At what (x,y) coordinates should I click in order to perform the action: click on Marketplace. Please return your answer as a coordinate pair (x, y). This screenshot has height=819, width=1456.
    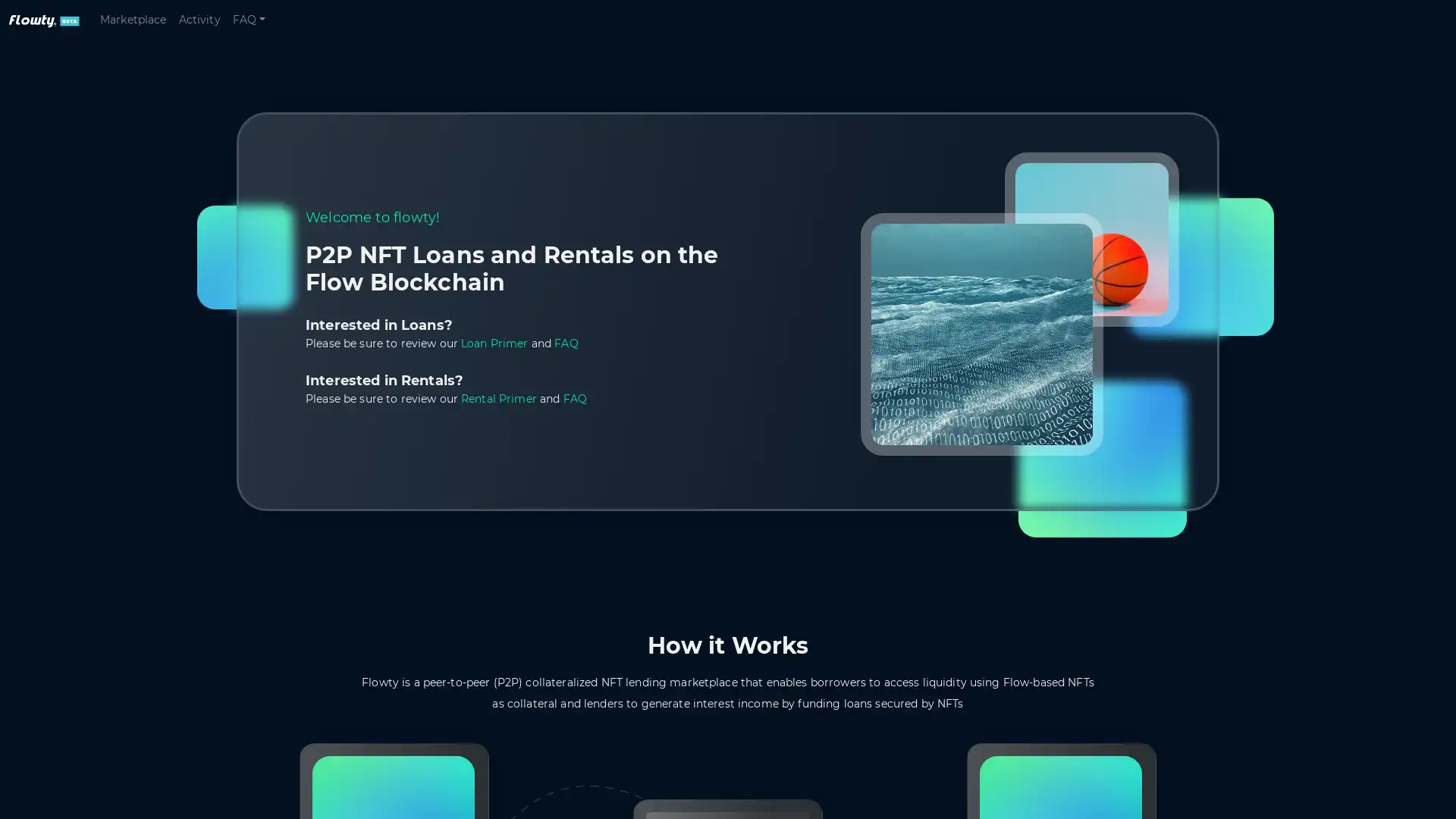
    Looking at the image, I should click on (133, 24).